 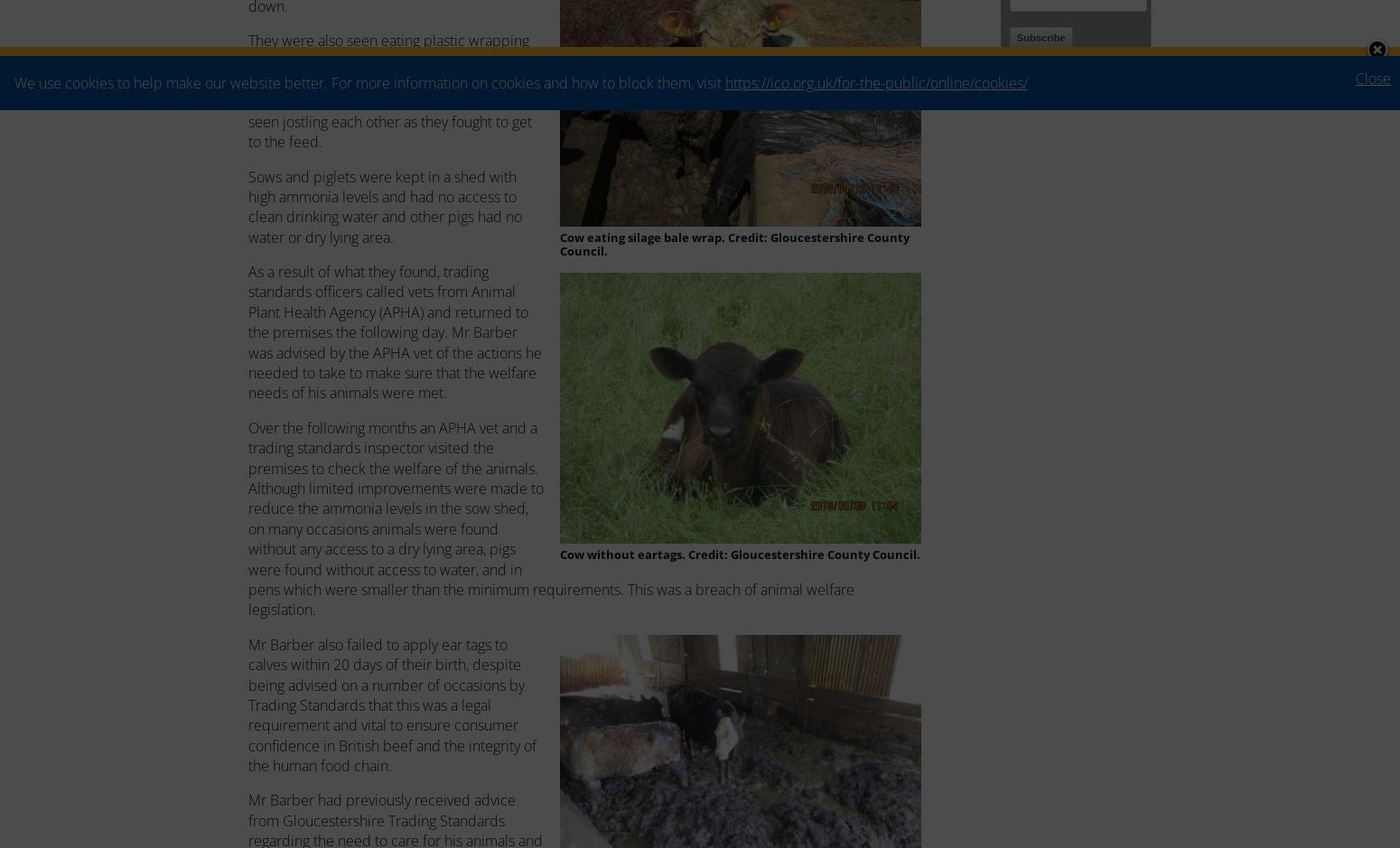 I want to click on 'Cow eating silage bale wrap. Credit: Gloucestershire County Council.', so click(x=733, y=243).